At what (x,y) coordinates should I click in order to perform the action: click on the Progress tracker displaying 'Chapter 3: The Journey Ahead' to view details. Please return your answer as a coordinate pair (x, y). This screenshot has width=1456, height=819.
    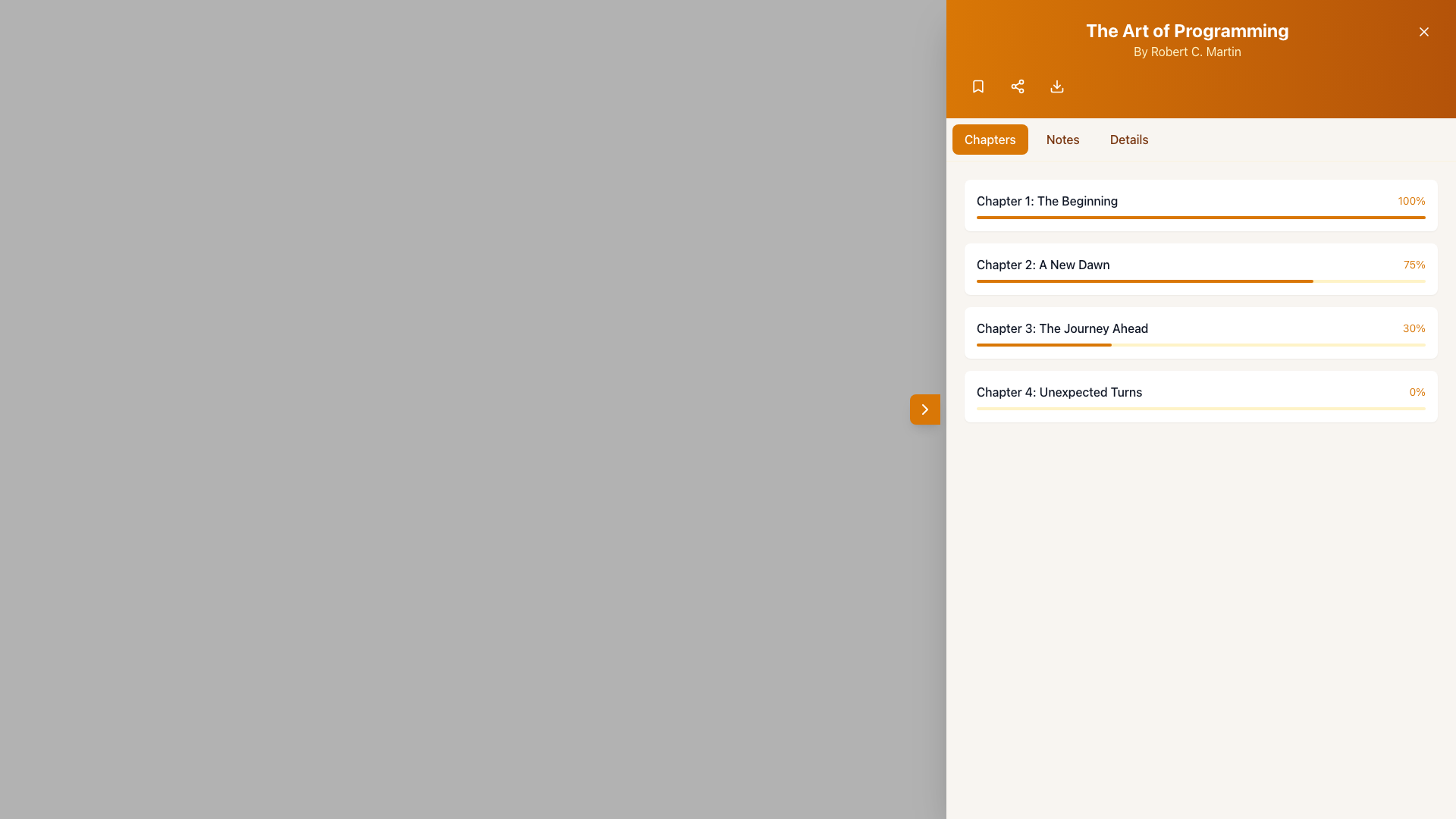
    Looking at the image, I should click on (1200, 332).